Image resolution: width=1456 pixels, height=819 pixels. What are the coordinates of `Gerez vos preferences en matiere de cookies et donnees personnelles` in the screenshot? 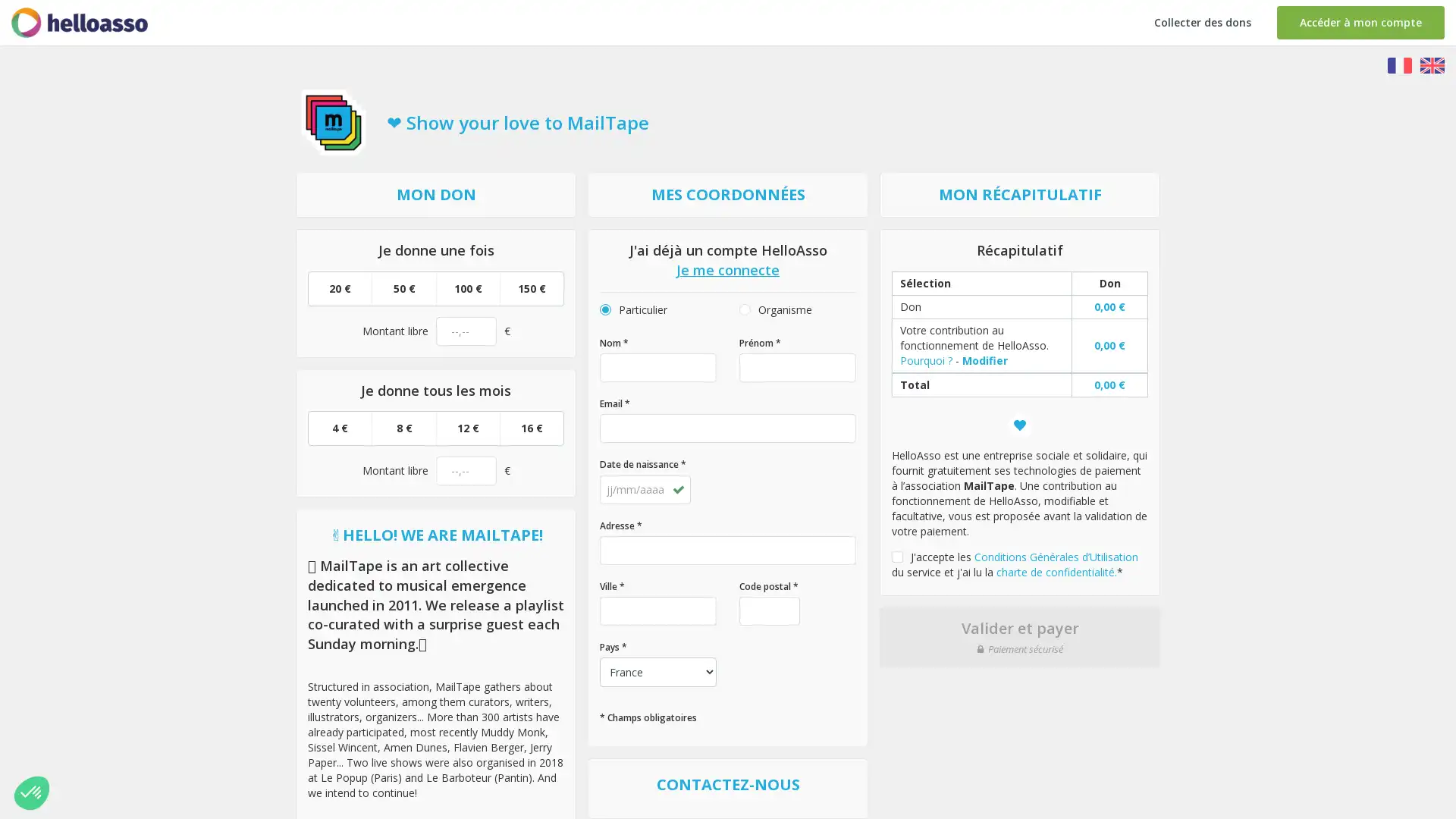 It's located at (32, 792).